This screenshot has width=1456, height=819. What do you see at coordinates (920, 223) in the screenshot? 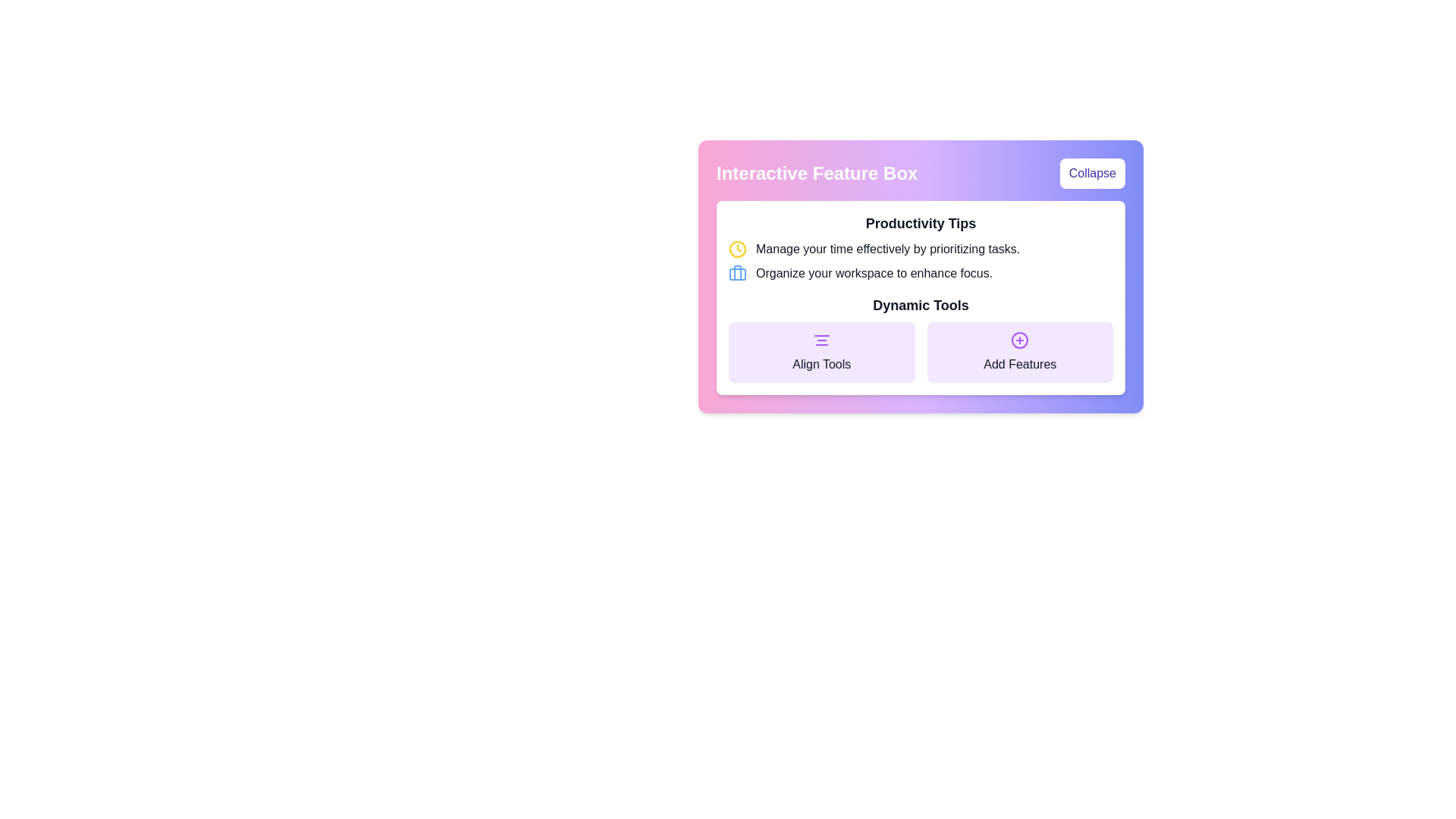
I see `the 'Productivity Tips' text header, which is styled with a bold and larger font size, located at the top of a section featuring productivity advice` at bounding box center [920, 223].